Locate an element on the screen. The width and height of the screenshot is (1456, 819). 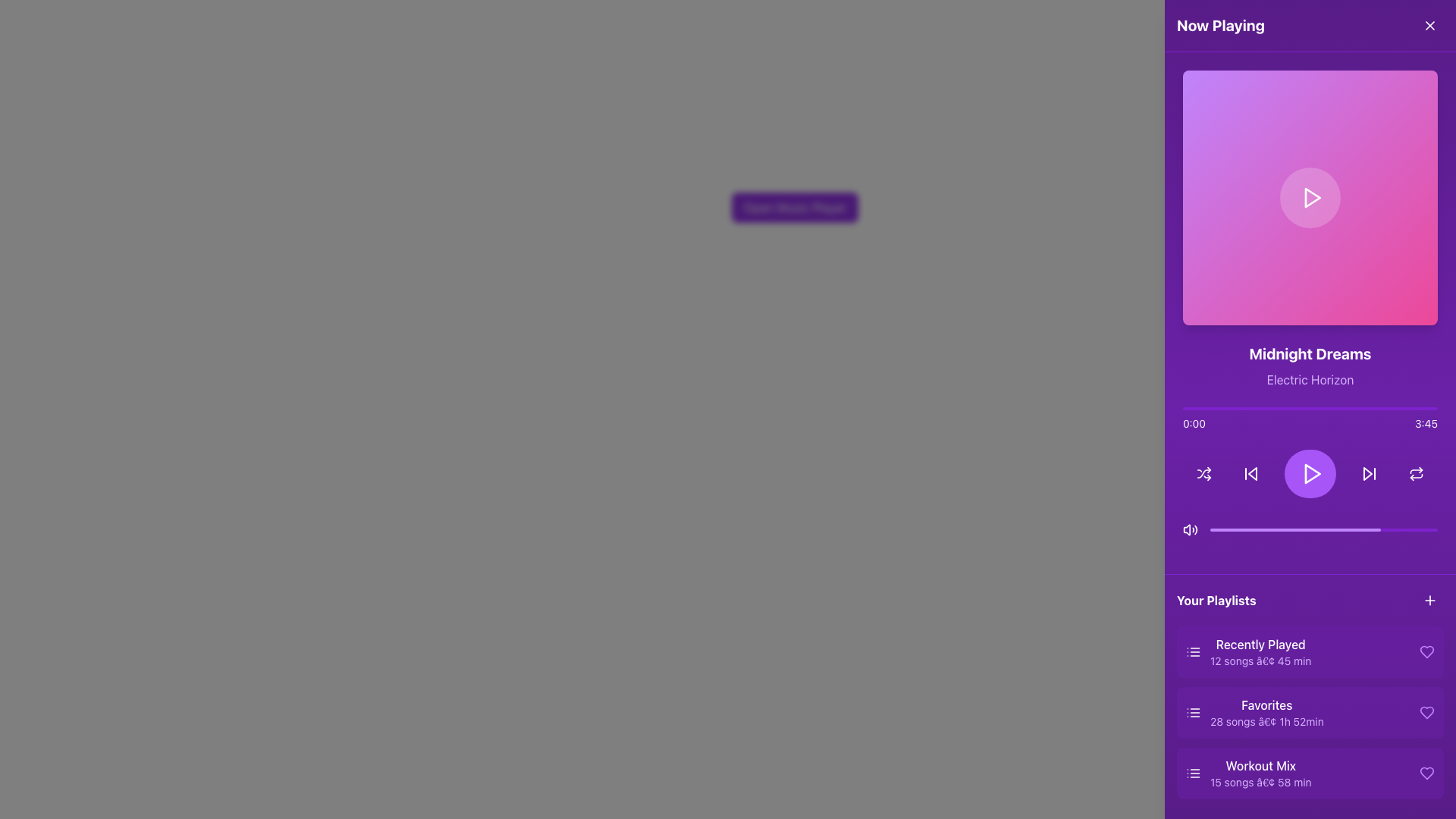
media playback progress is located at coordinates (1312, 529).